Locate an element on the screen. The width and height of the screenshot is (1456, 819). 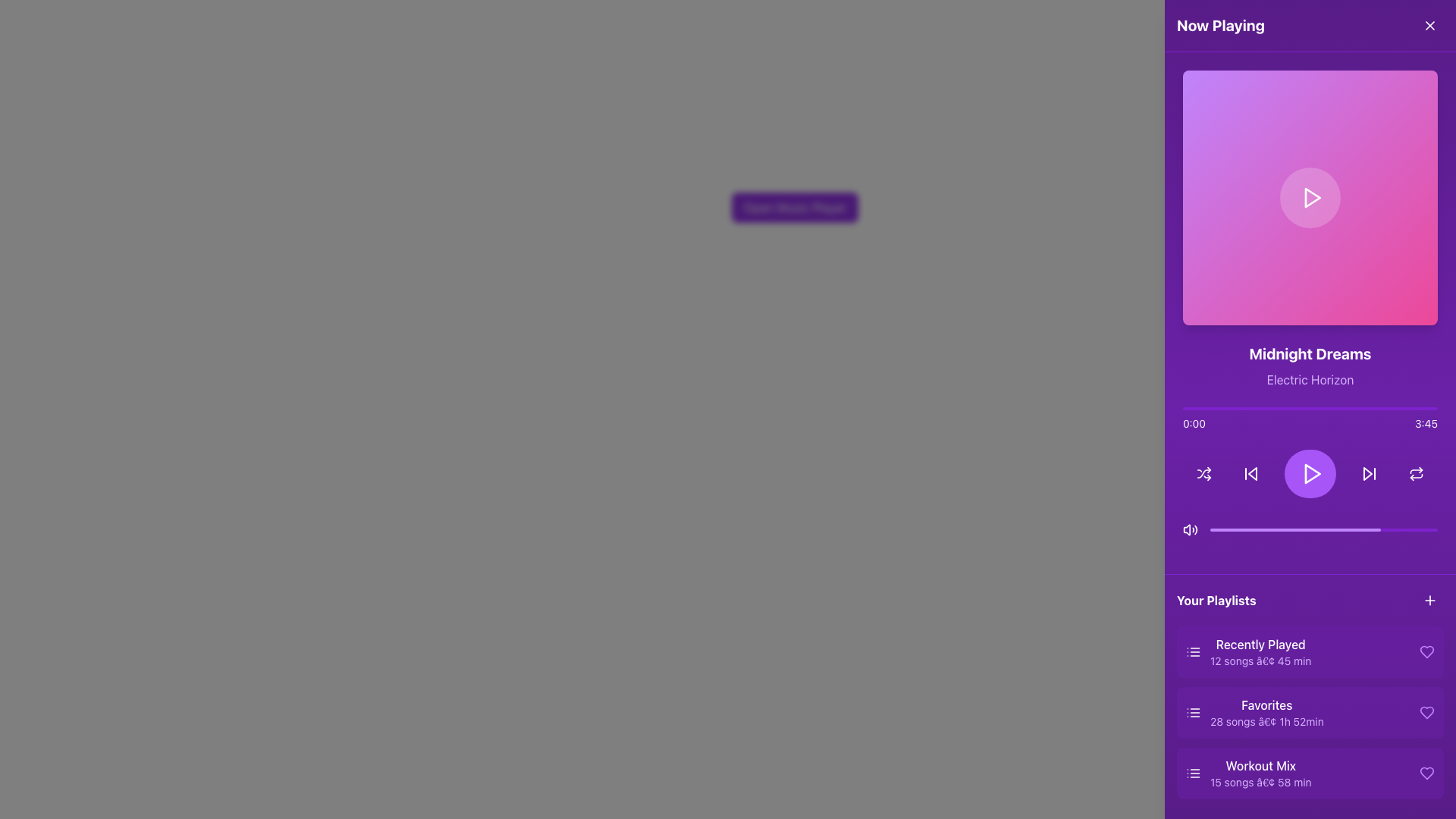
media playback progress is located at coordinates (1312, 529).